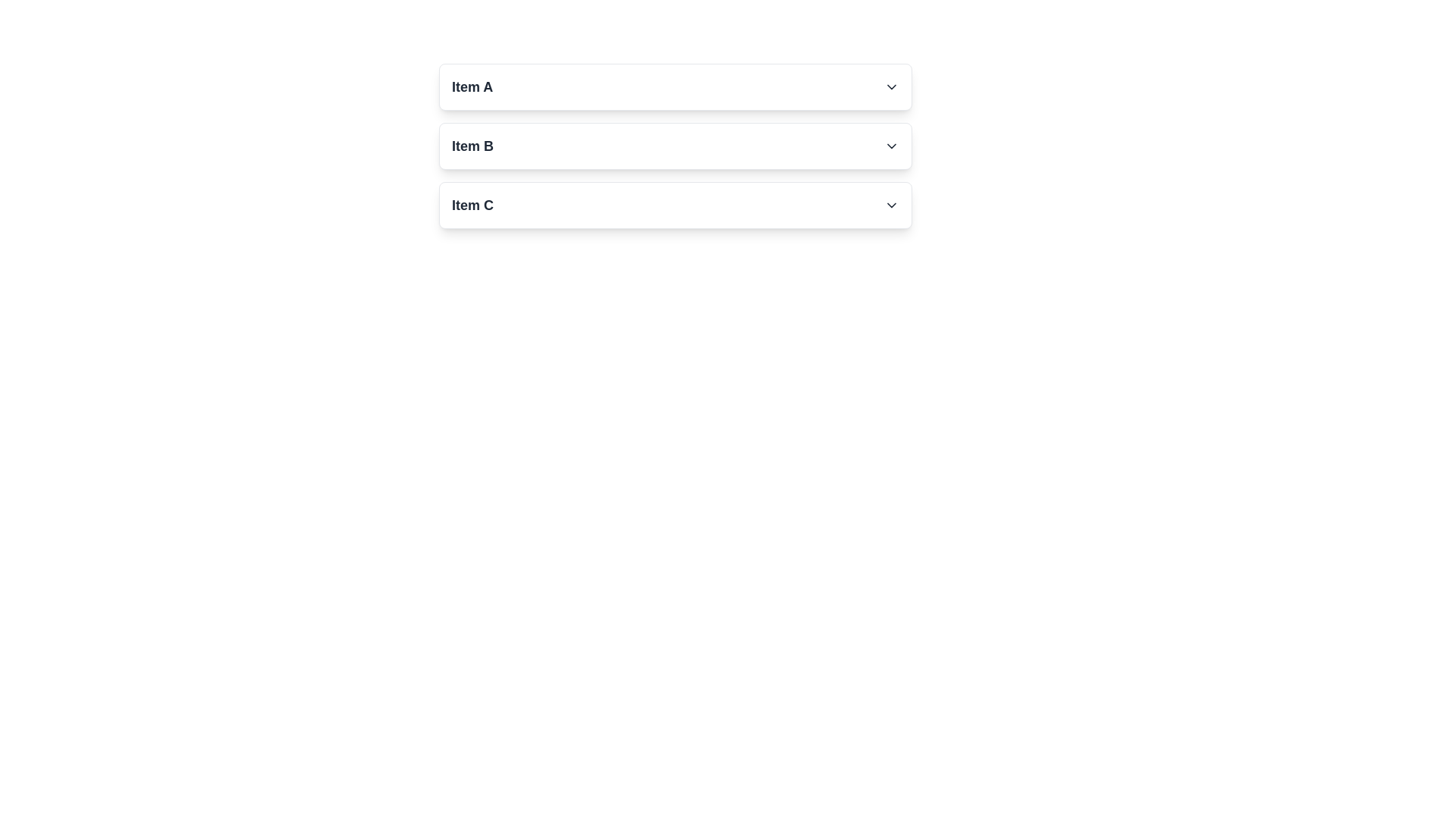  Describe the element at coordinates (892, 146) in the screenshot. I see `the button located at the far-right edge of the 'Item B' section` at that location.